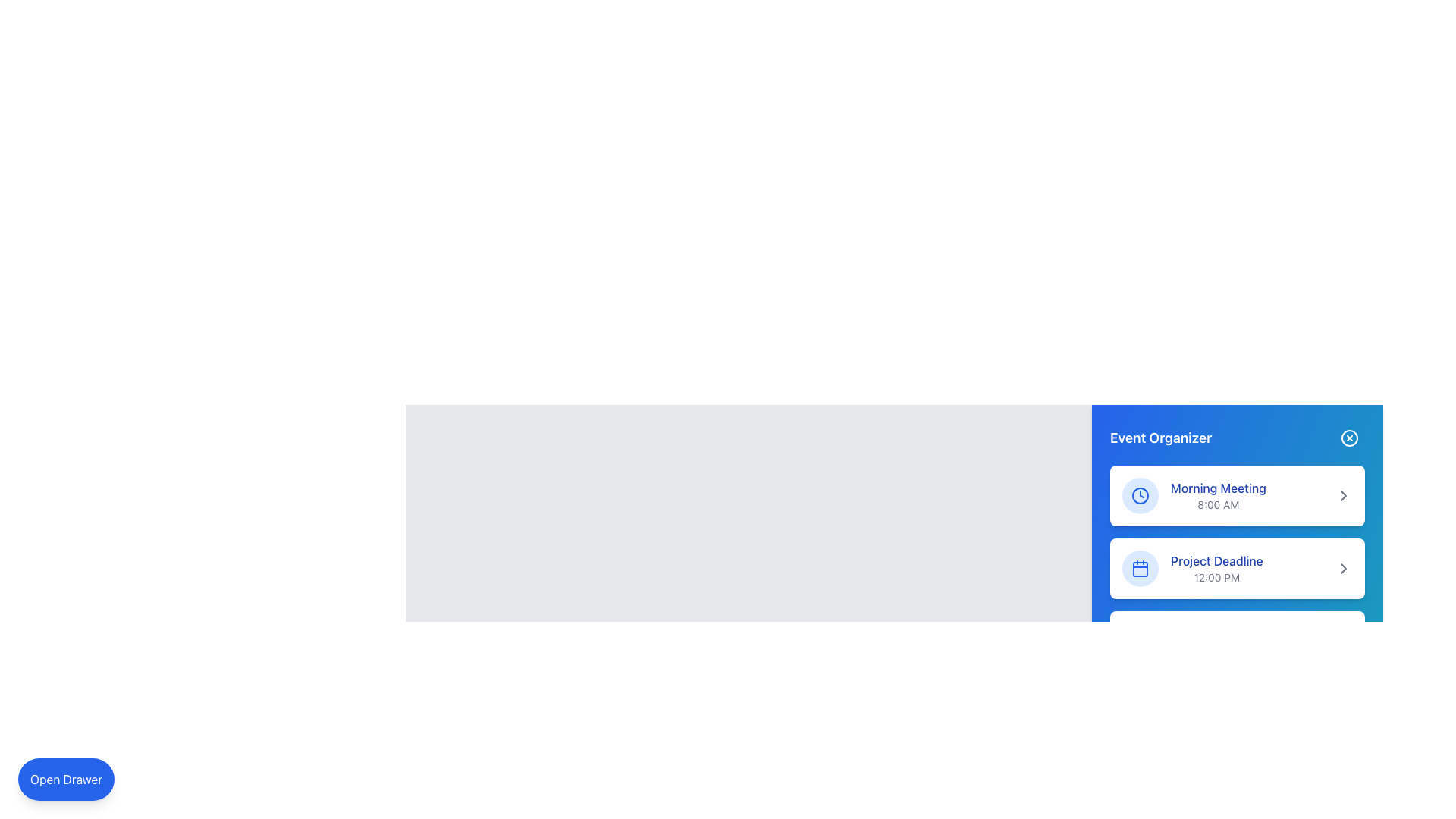  What do you see at coordinates (1216, 568) in the screenshot?
I see `the static text component displaying 'Project Deadline' with the subtitle '12:00 PM' located in the second row of the 'Event Organizer' panel, beneath the 'Morning Meeting' card` at bounding box center [1216, 568].